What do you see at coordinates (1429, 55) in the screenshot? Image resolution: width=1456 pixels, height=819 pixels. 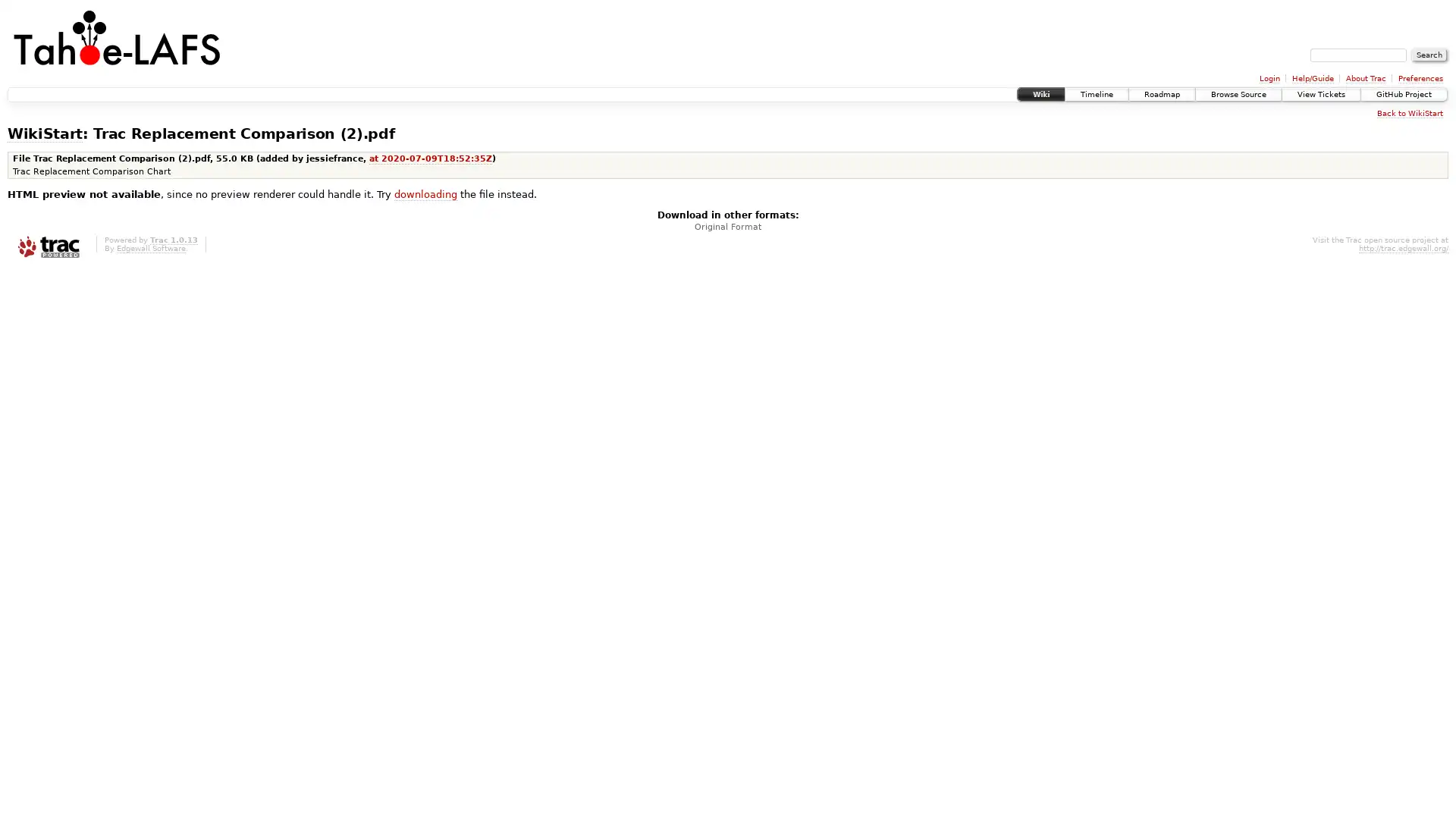 I see `Search` at bounding box center [1429, 55].